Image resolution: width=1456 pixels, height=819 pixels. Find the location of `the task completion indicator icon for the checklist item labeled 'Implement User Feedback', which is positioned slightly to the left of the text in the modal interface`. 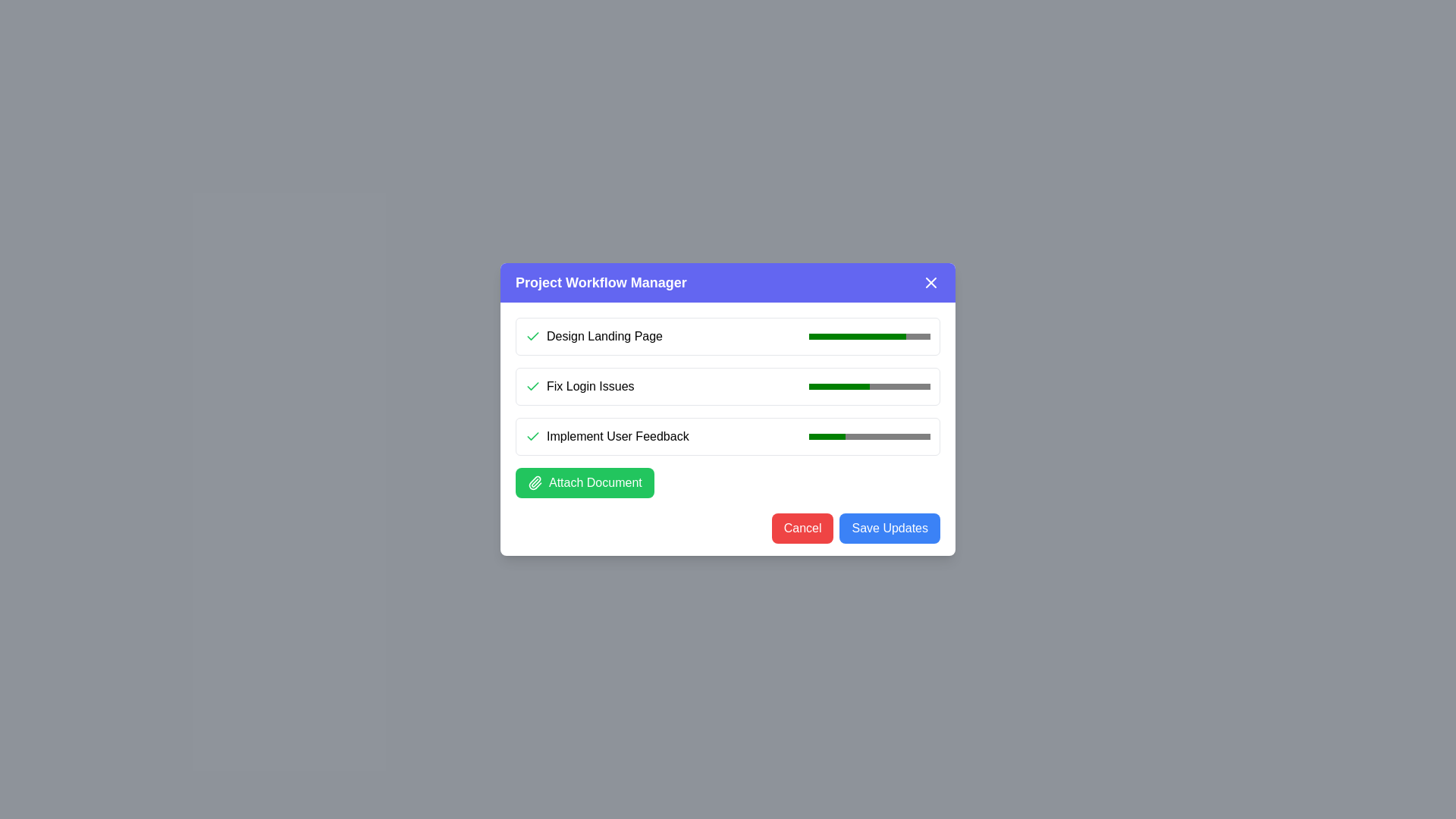

the task completion indicator icon for the checklist item labeled 'Implement User Feedback', which is positioned slightly to the left of the text in the modal interface is located at coordinates (532, 436).